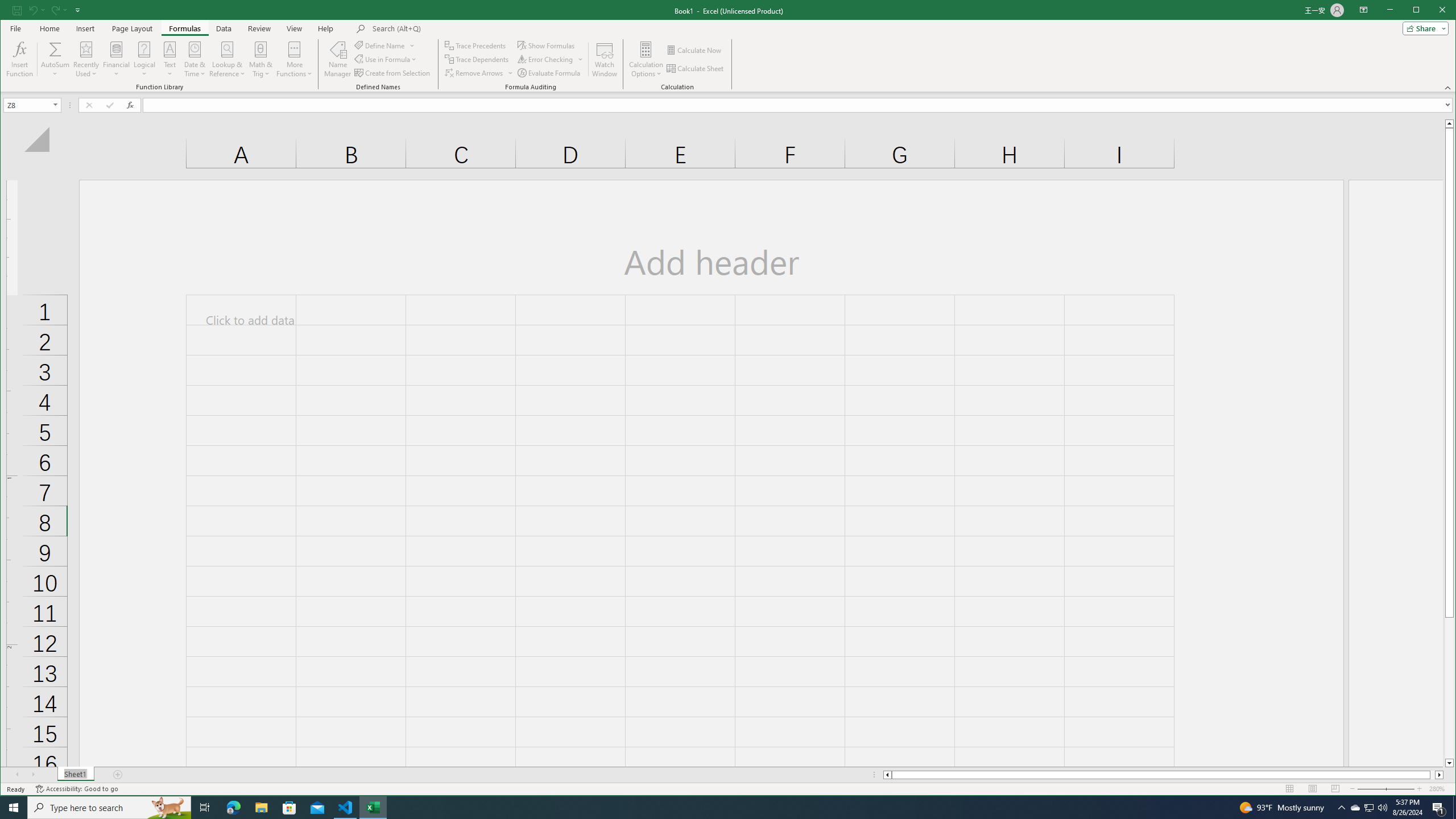 The width and height of the screenshot is (1456, 819). I want to click on 'Define Name', so click(384, 45).